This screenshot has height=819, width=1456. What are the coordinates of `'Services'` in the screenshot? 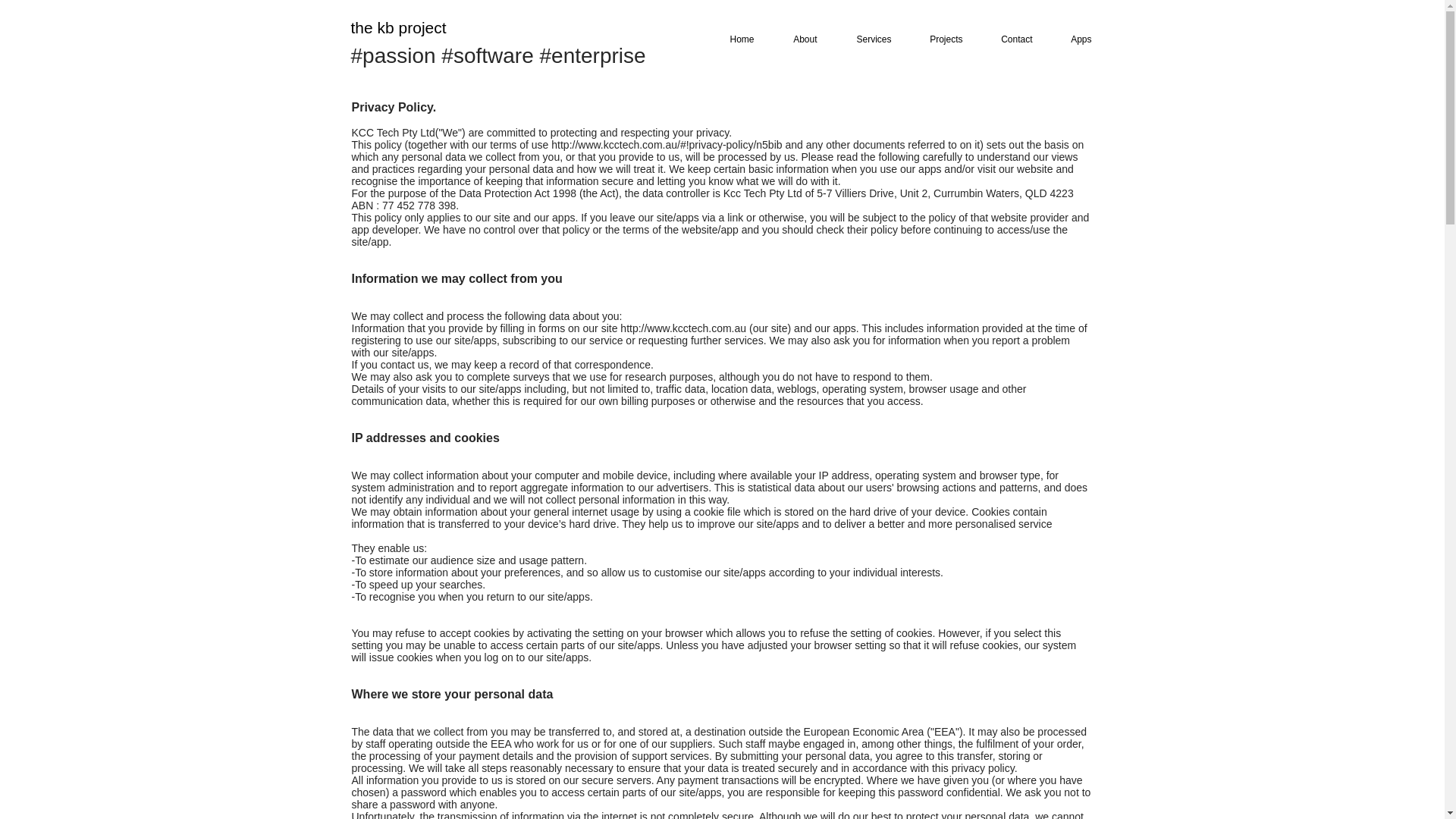 It's located at (866, 39).